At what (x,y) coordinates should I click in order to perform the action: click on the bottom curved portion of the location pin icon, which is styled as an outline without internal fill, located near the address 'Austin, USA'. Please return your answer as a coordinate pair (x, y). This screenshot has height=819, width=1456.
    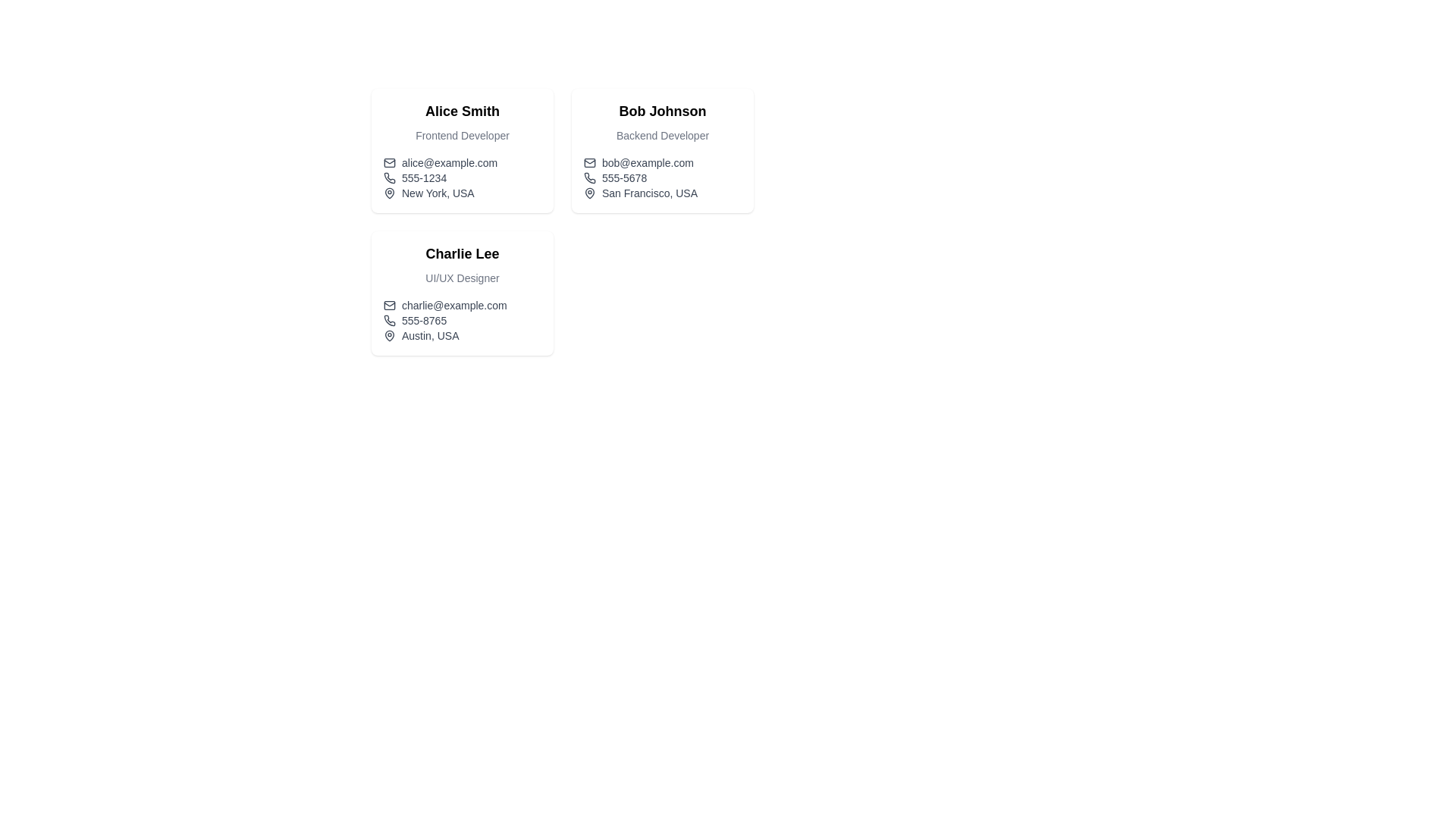
    Looking at the image, I should click on (389, 335).